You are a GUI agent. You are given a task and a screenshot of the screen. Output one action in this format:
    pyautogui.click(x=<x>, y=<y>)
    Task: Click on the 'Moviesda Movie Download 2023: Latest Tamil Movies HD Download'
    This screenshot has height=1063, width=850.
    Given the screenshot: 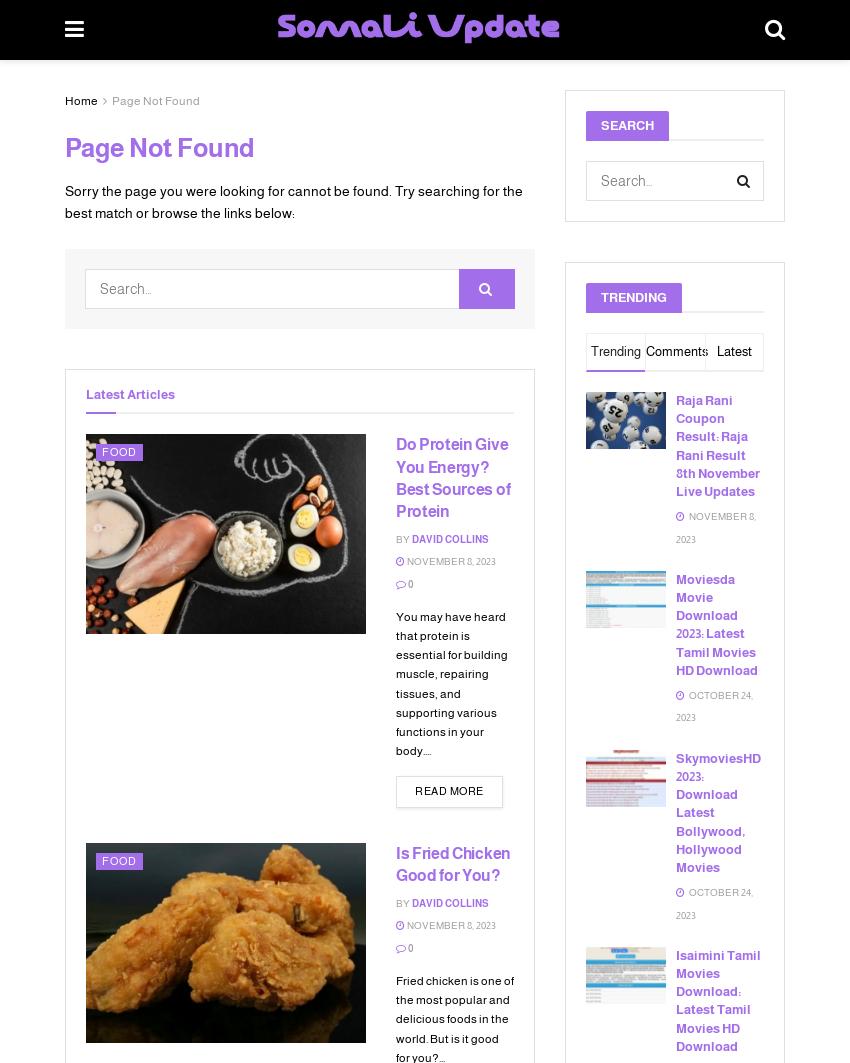 What is the action you would take?
    pyautogui.click(x=715, y=622)
    